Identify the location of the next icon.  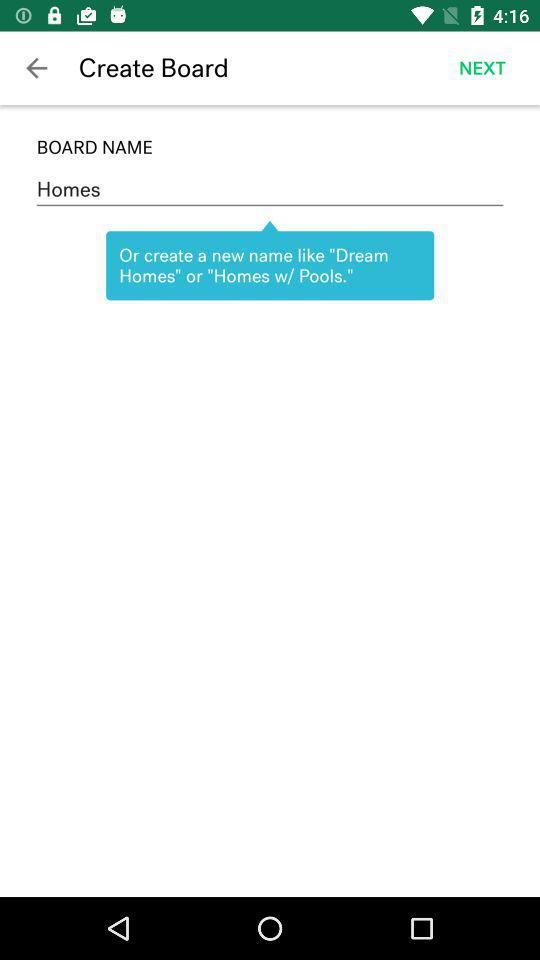
(481, 68).